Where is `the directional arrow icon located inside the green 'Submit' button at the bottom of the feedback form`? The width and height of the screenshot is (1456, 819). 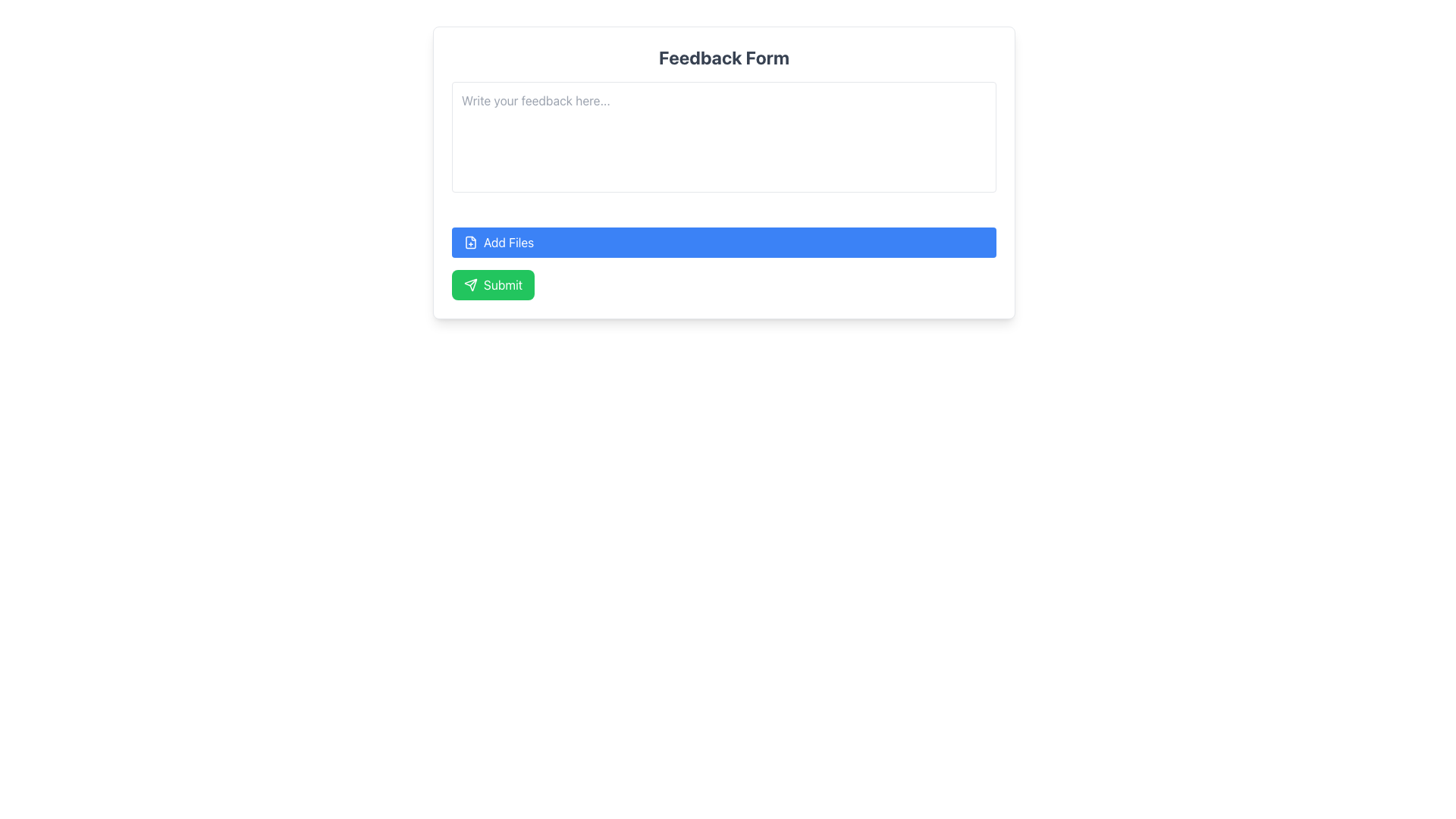
the directional arrow icon located inside the green 'Submit' button at the bottom of the feedback form is located at coordinates (469, 284).